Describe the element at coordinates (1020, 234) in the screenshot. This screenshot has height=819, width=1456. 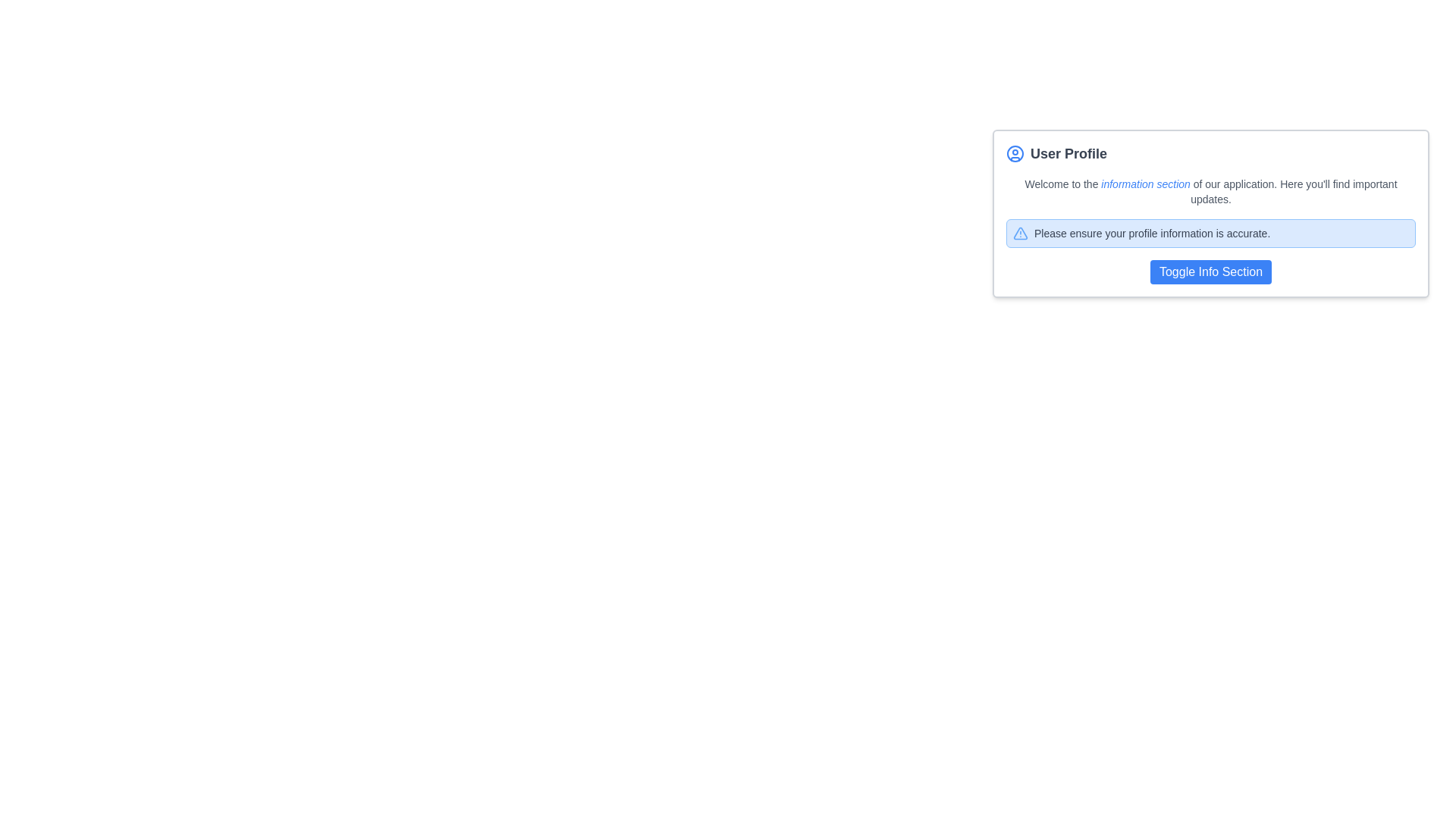
I see `the caution icon located to the immediate left of the informational text in the second section of the profile information panel` at that location.